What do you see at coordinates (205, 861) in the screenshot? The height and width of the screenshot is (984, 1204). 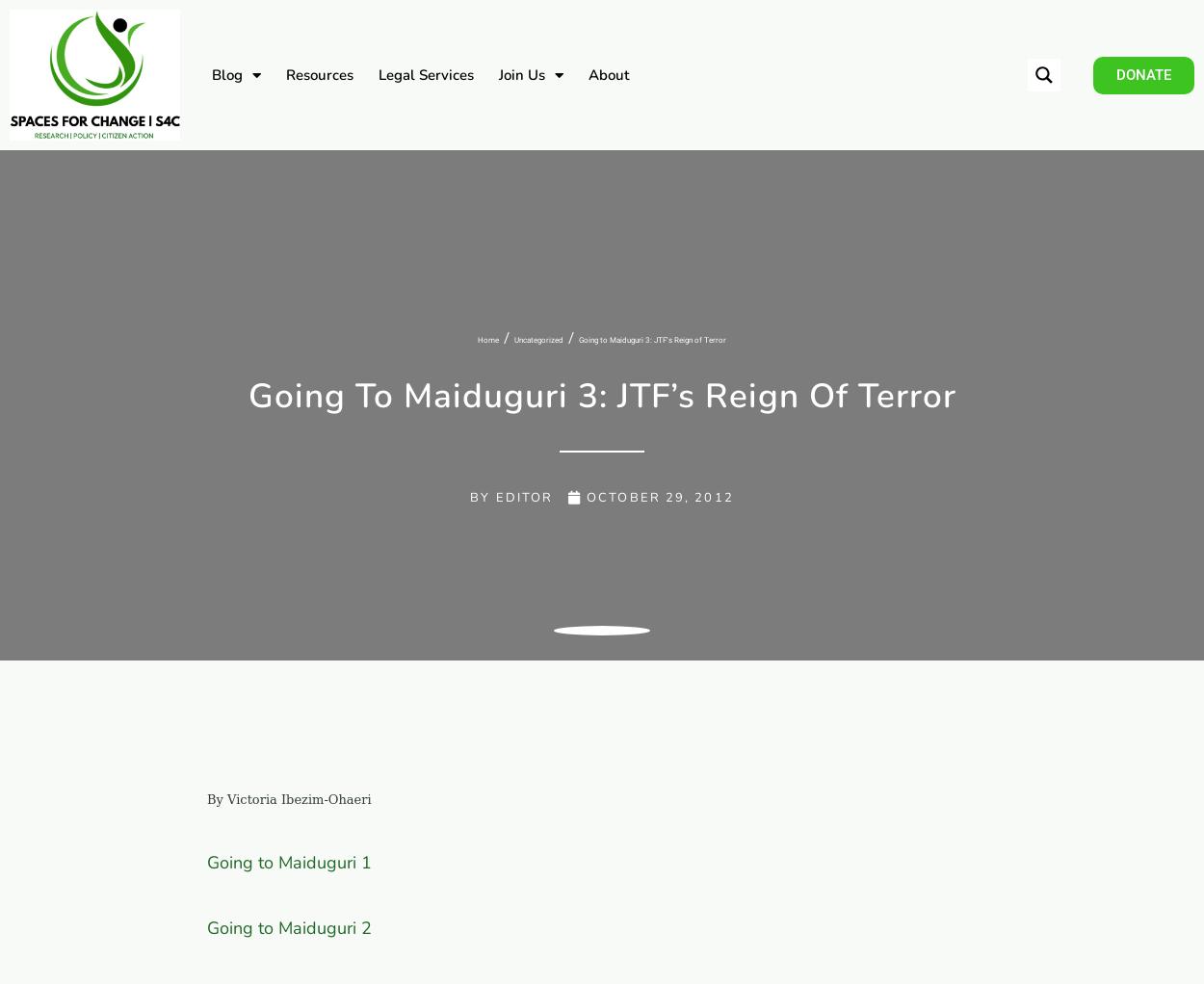 I see `'Going to Maiduguri 1'` at bounding box center [205, 861].